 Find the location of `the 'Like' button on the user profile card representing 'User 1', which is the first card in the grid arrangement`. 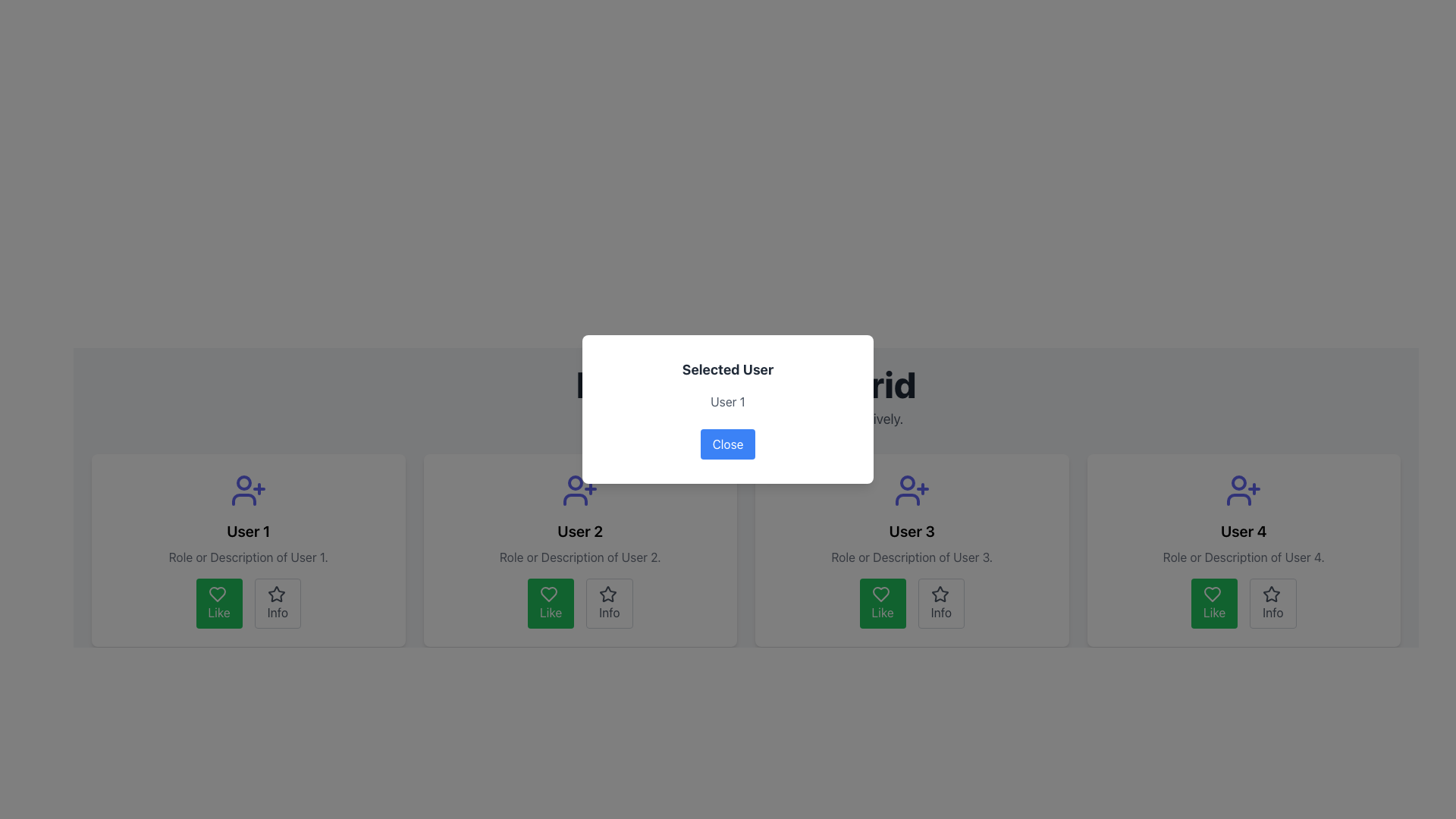

the 'Like' button on the user profile card representing 'User 1', which is the first card in the grid arrangement is located at coordinates (248, 550).